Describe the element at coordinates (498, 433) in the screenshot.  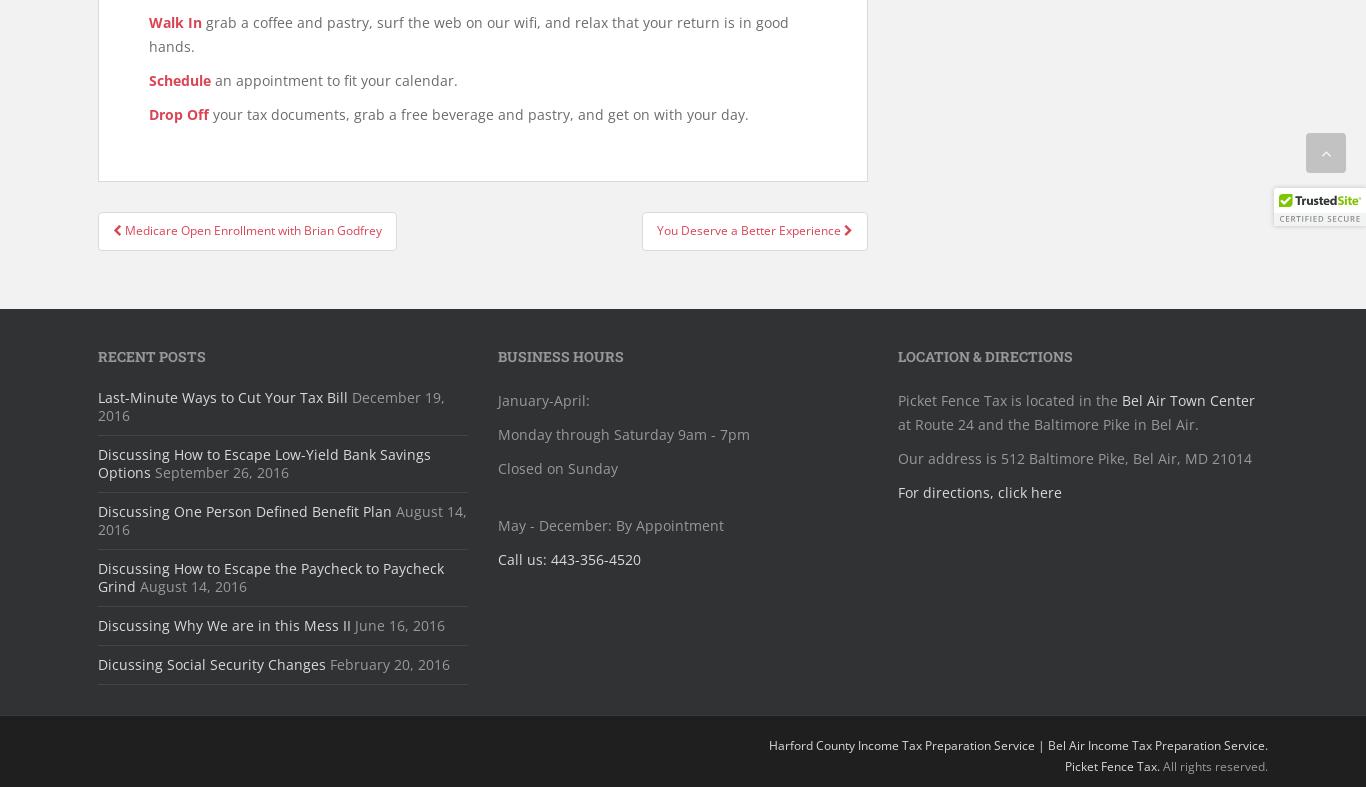
I see `'Monday through Saturday 9am - 7pm'` at that location.